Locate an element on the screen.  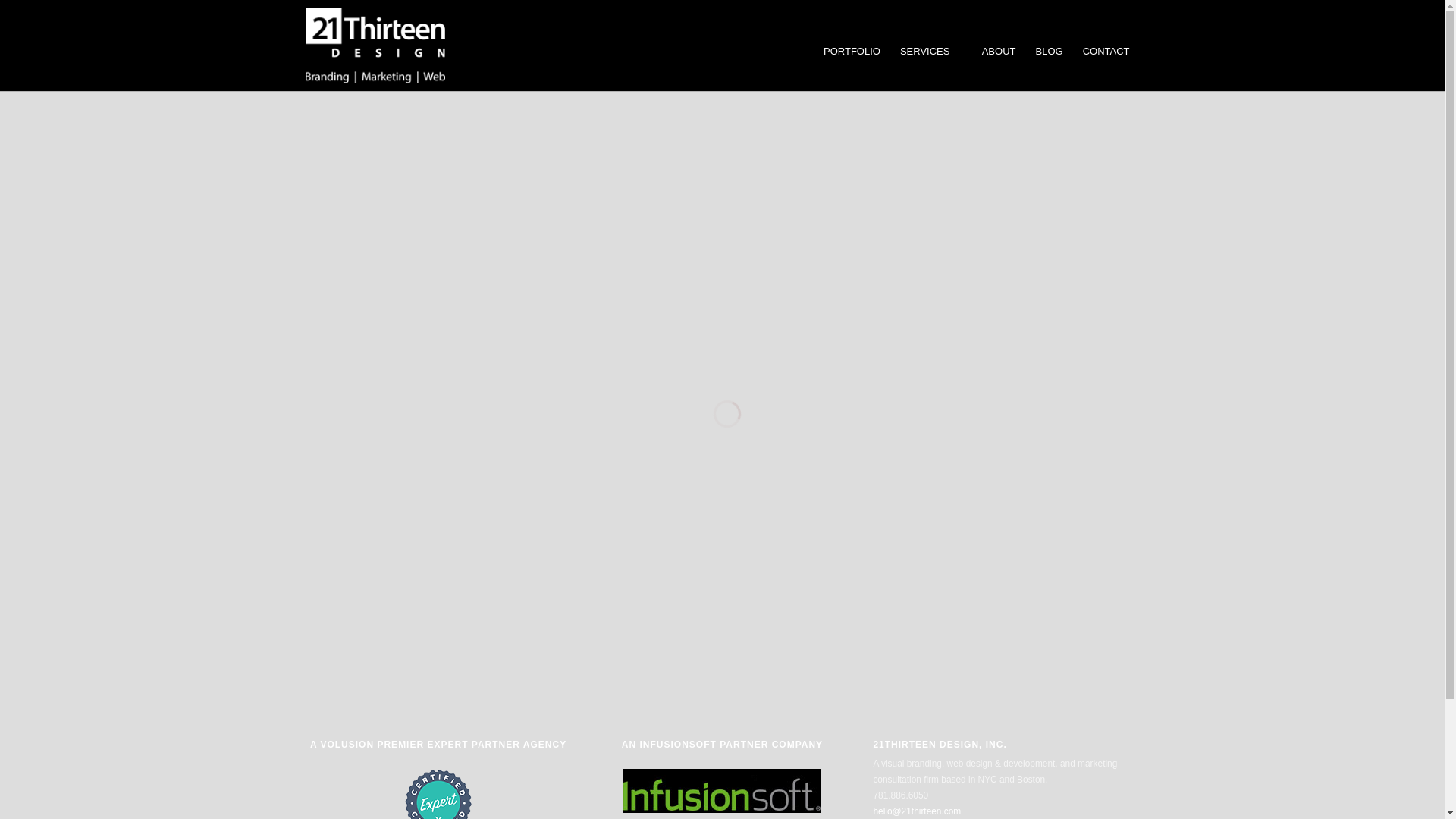
'SERVICES' is located at coordinates (930, 51).